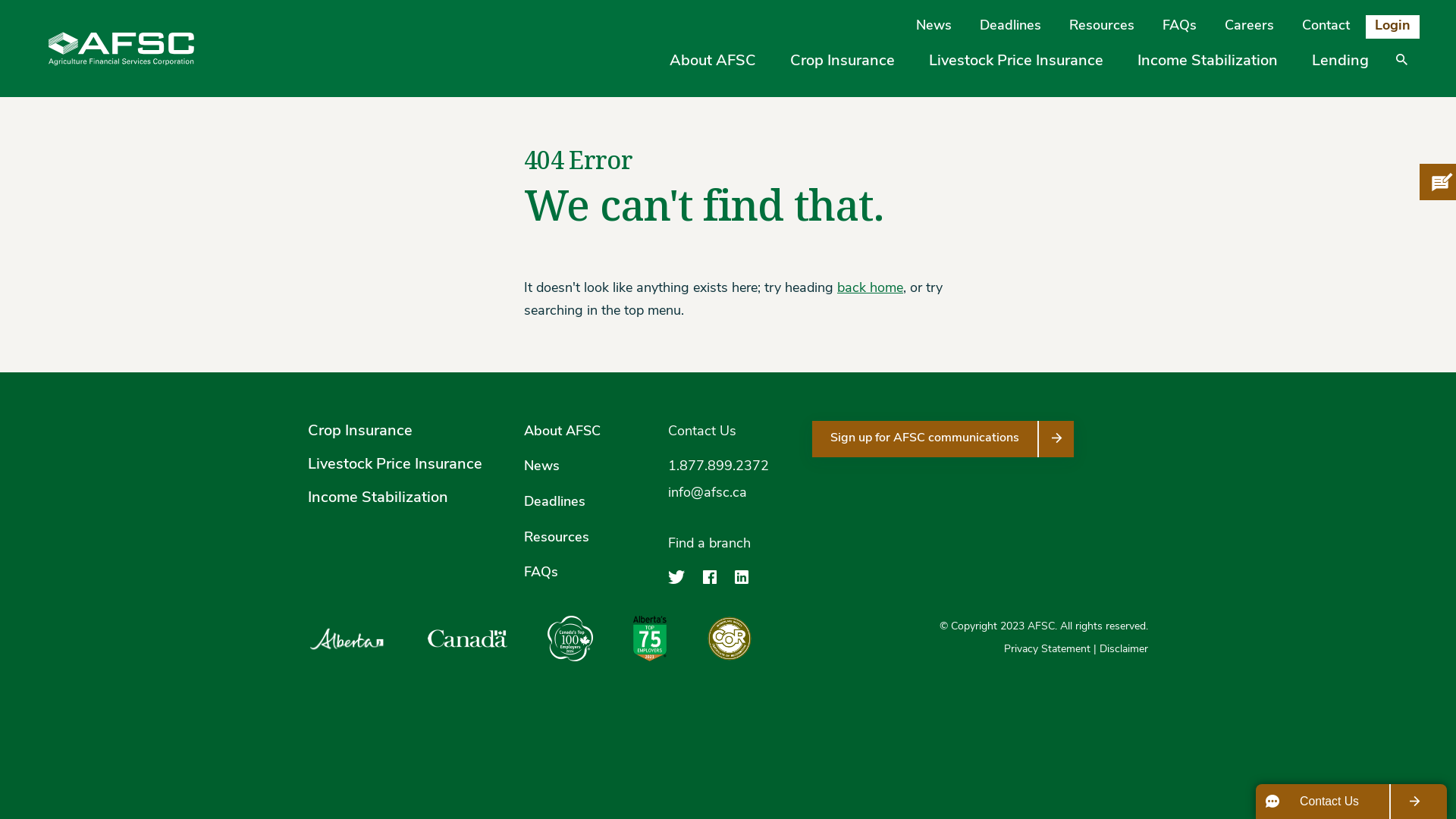  I want to click on 'Deadlines', so click(554, 502).